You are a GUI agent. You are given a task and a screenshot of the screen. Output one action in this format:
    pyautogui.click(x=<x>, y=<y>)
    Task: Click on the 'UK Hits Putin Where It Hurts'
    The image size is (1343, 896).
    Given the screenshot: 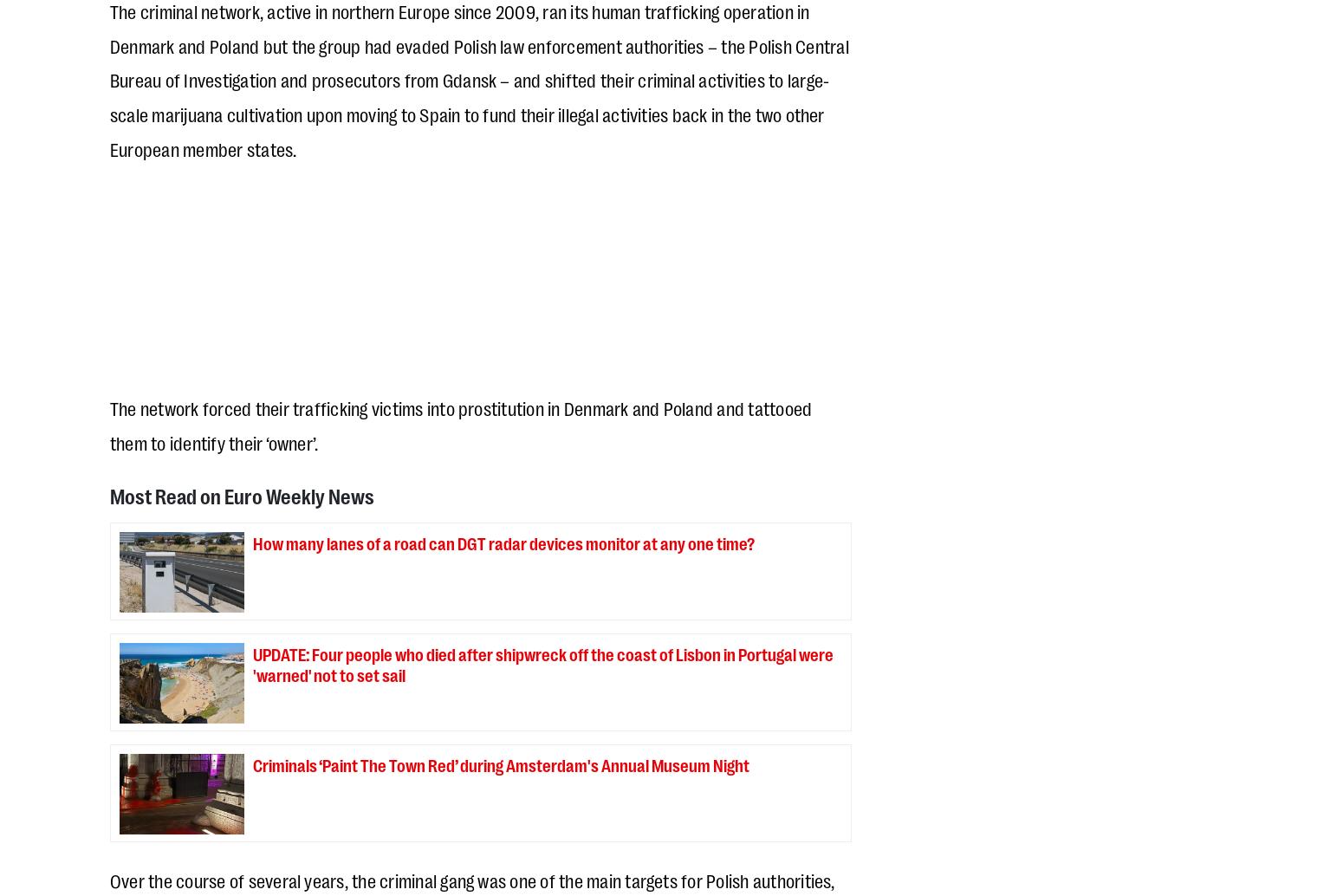 What is the action you would take?
    pyautogui.click(x=627, y=161)
    